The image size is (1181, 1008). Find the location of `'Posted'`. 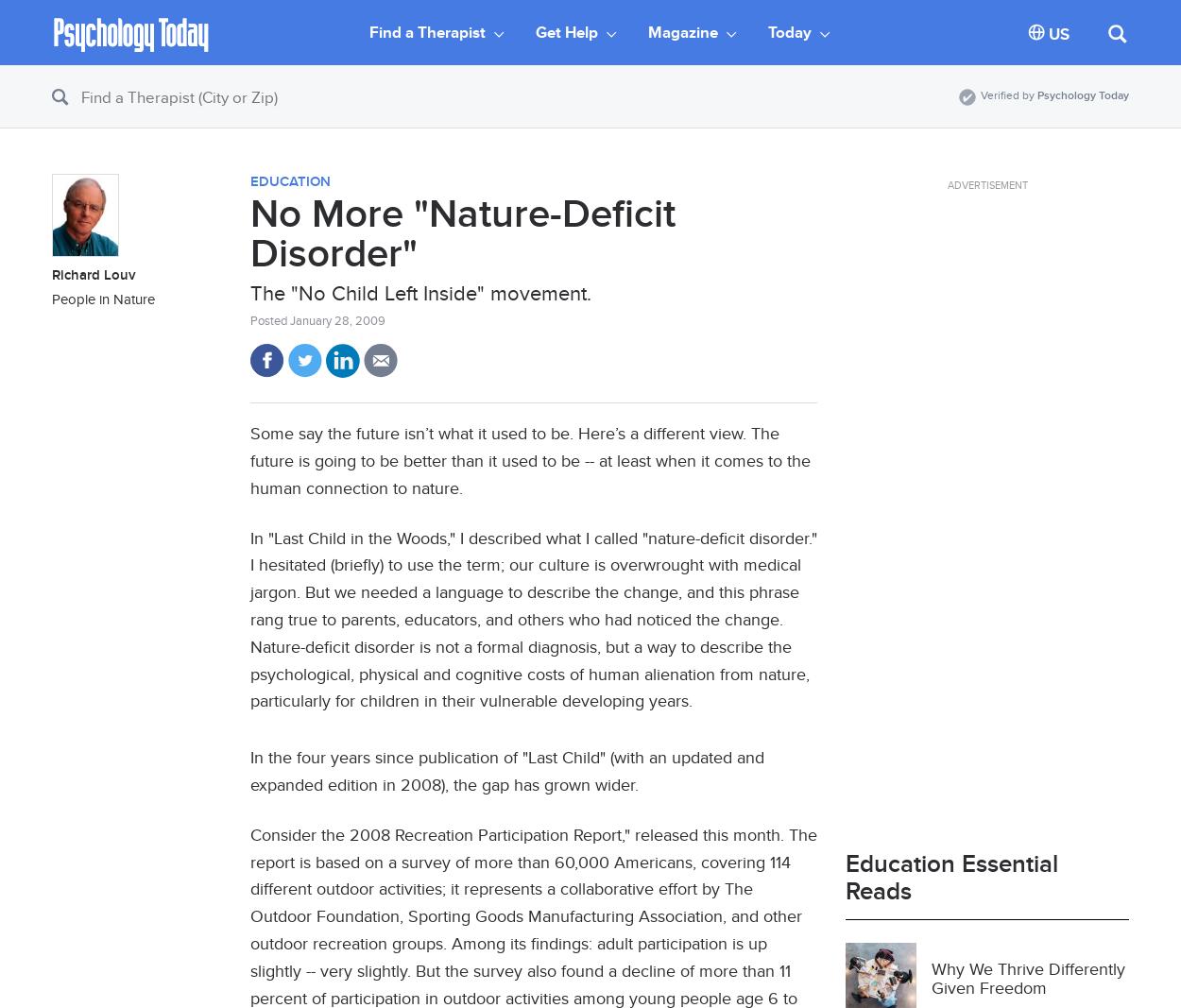

'Posted' is located at coordinates (270, 319).